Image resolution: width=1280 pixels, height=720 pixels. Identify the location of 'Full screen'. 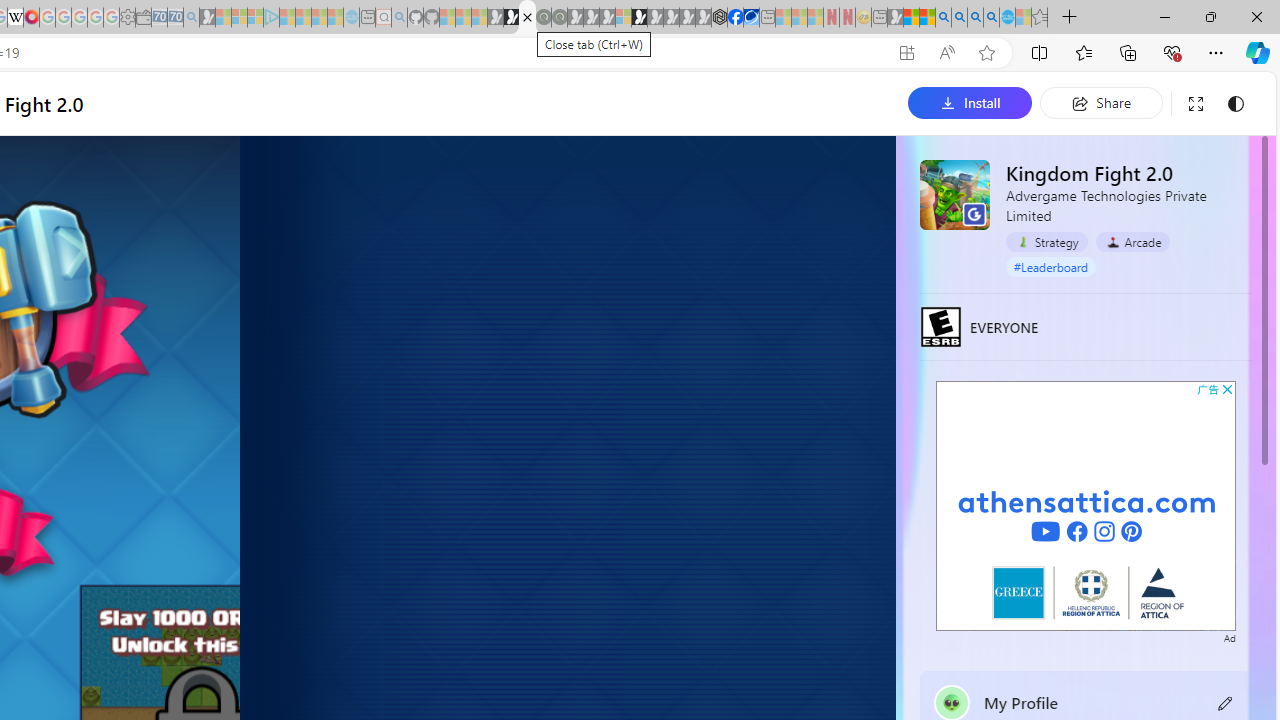
(1195, 103).